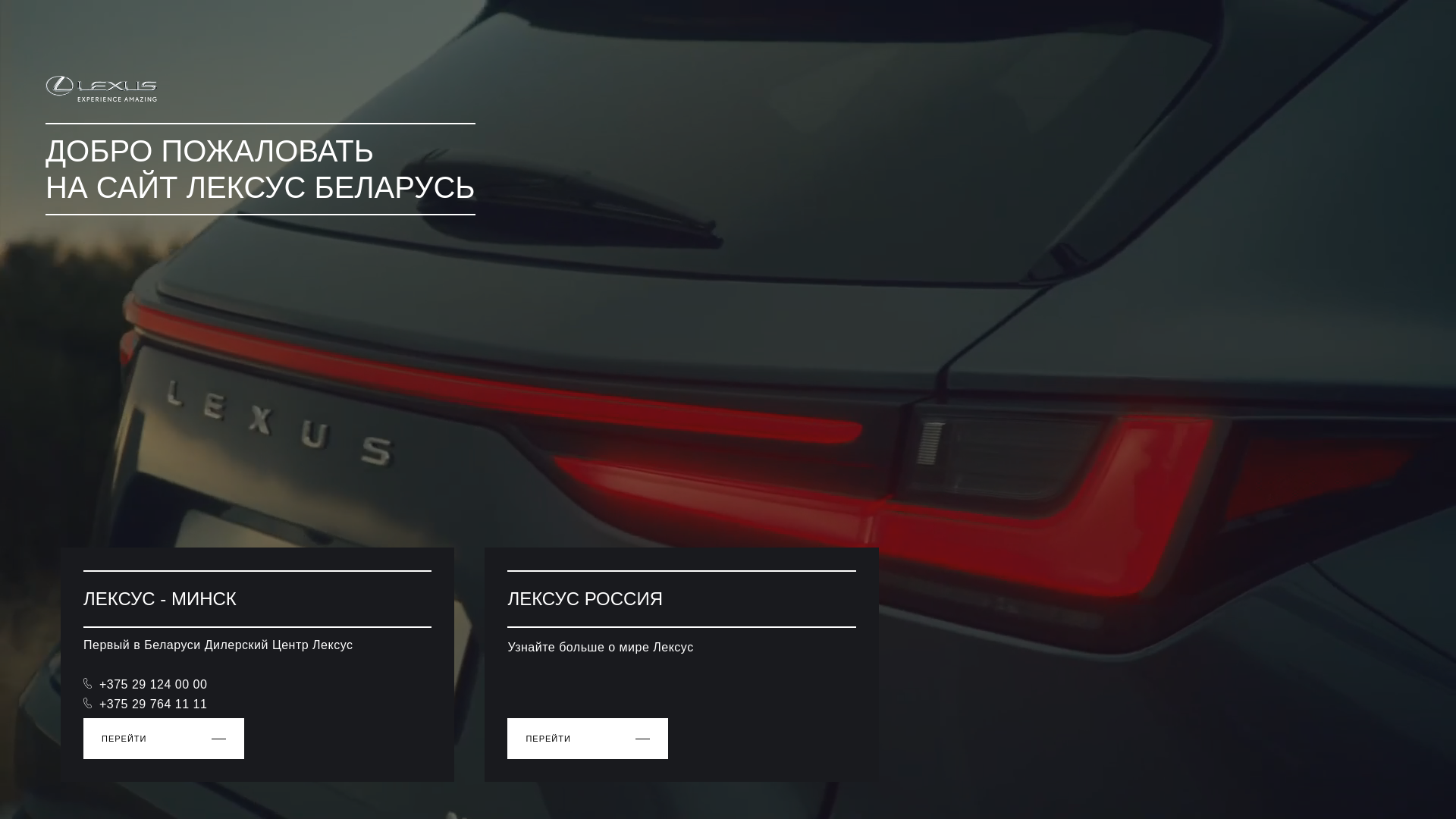 Image resolution: width=1456 pixels, height=819 pixels. Describe the element at coordinates (145, 684) in the screenshot. I see `'+375 29 124 00 00'` at that location.